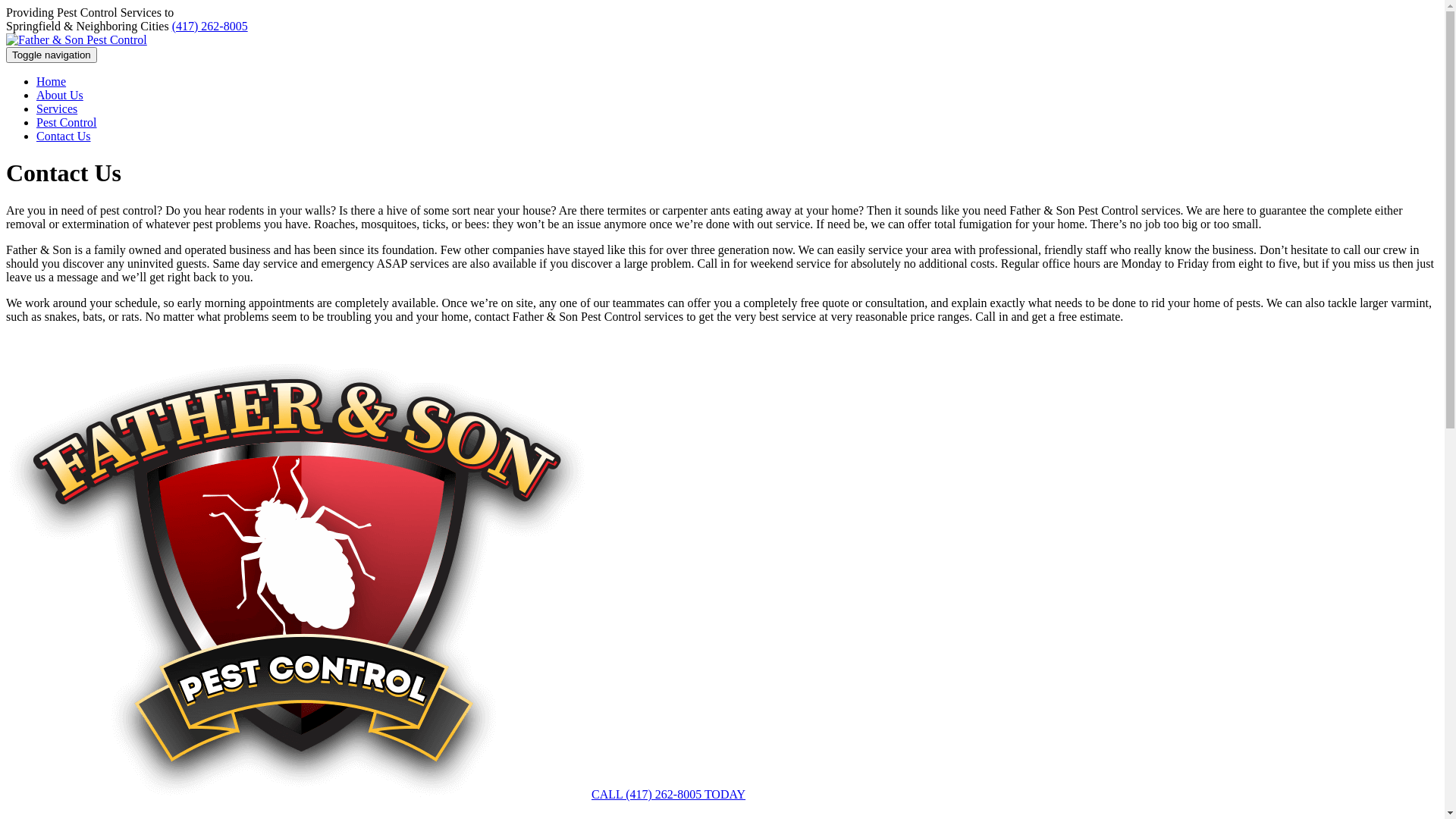 This screenshot has height=819, width=1456. What do you see at coordinates (209, 26) in the screenshot?
I see `'(417) 262-8005'` at bounding box center [209, 26].